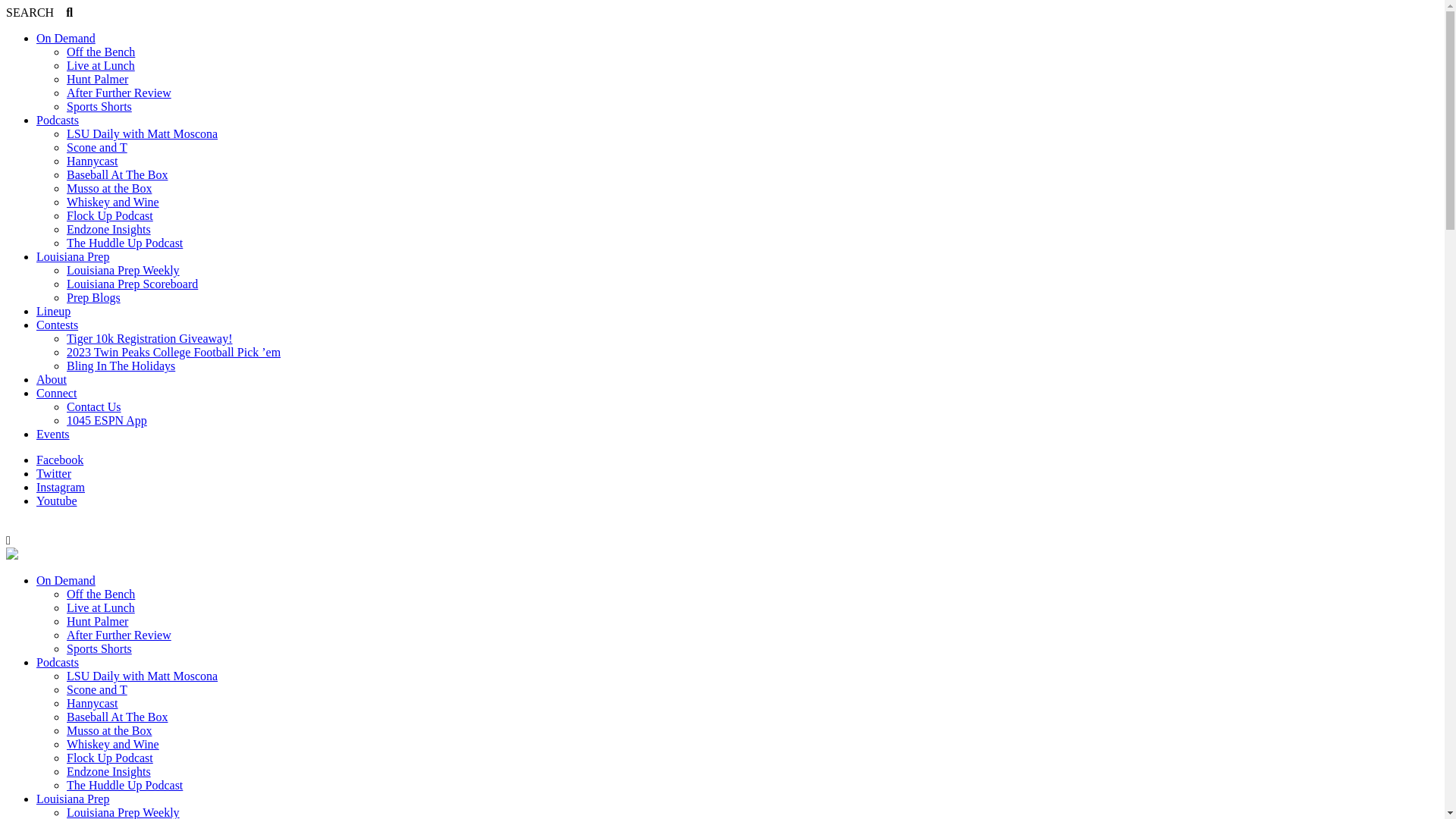 The height and width of the screenshot is (819, 1456). I want to click on 'Sports Shorts', so click(98, 105).